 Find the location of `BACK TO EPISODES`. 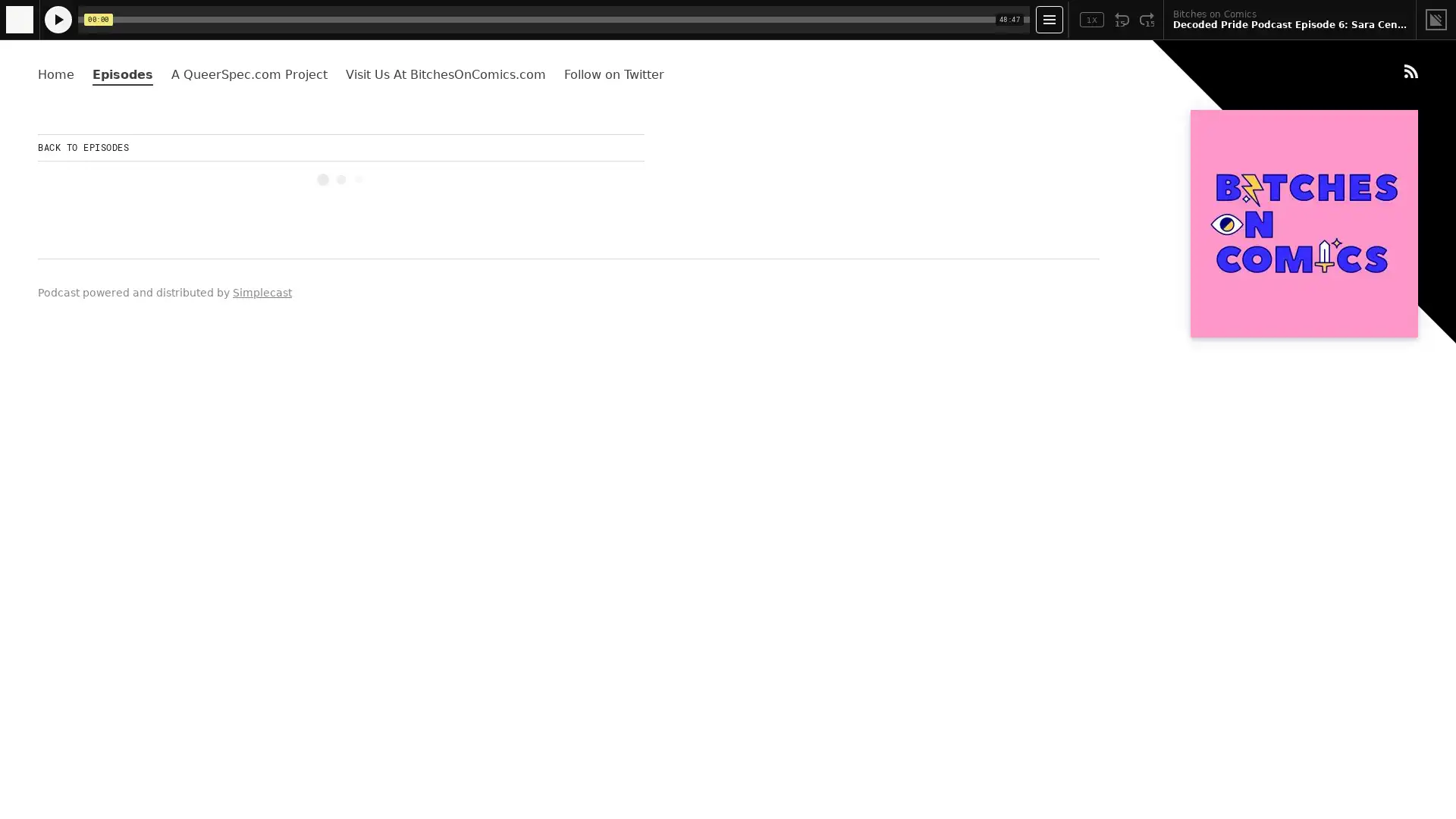

BACK TO EPISODES is located at coordinates (340, 148).